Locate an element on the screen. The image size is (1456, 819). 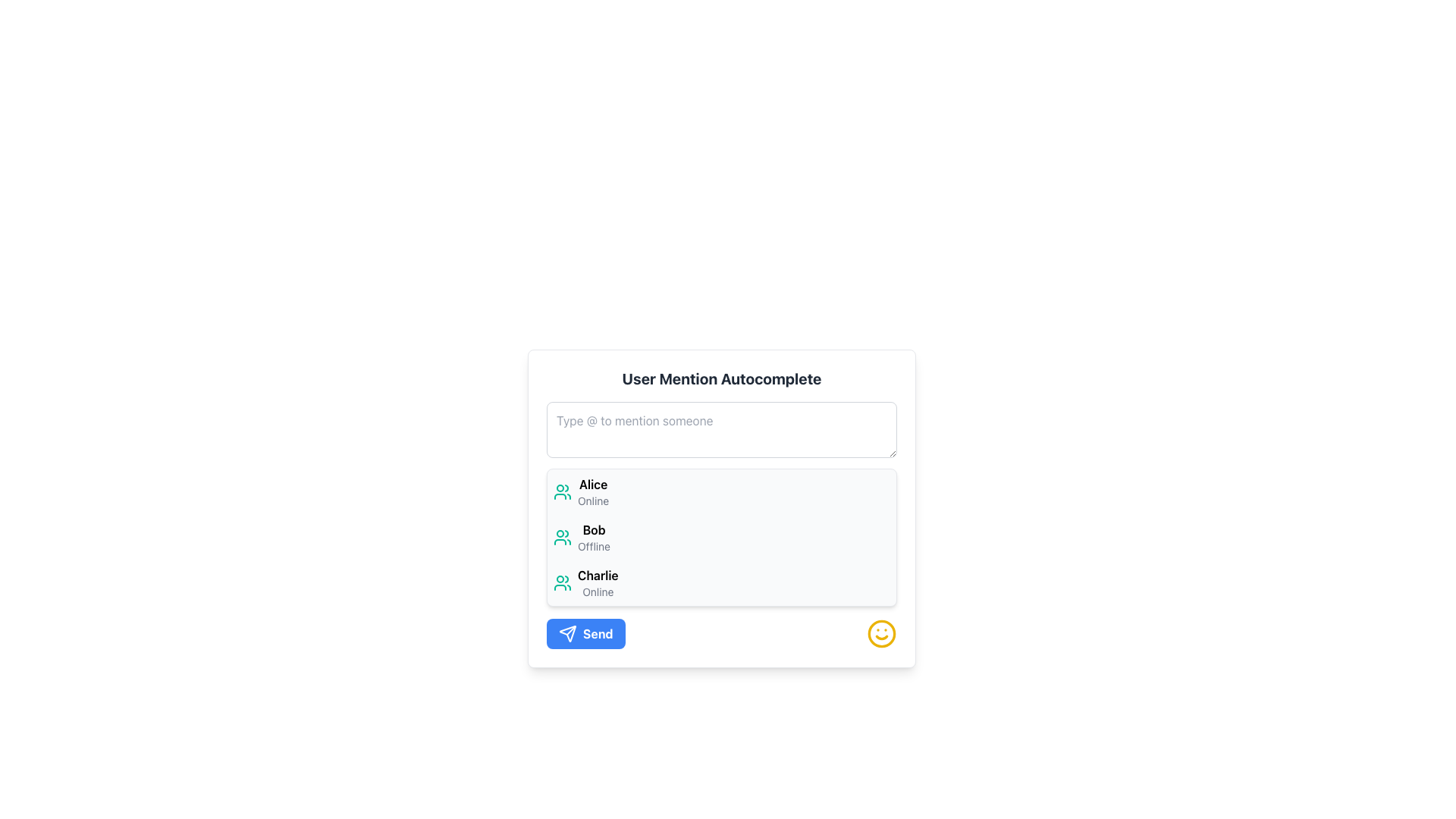
the 'Send' button icon, which is located at the bottom left of the interactive panel and is centered directly to the left of the text 'Send' is located at coordinates (566, 634).